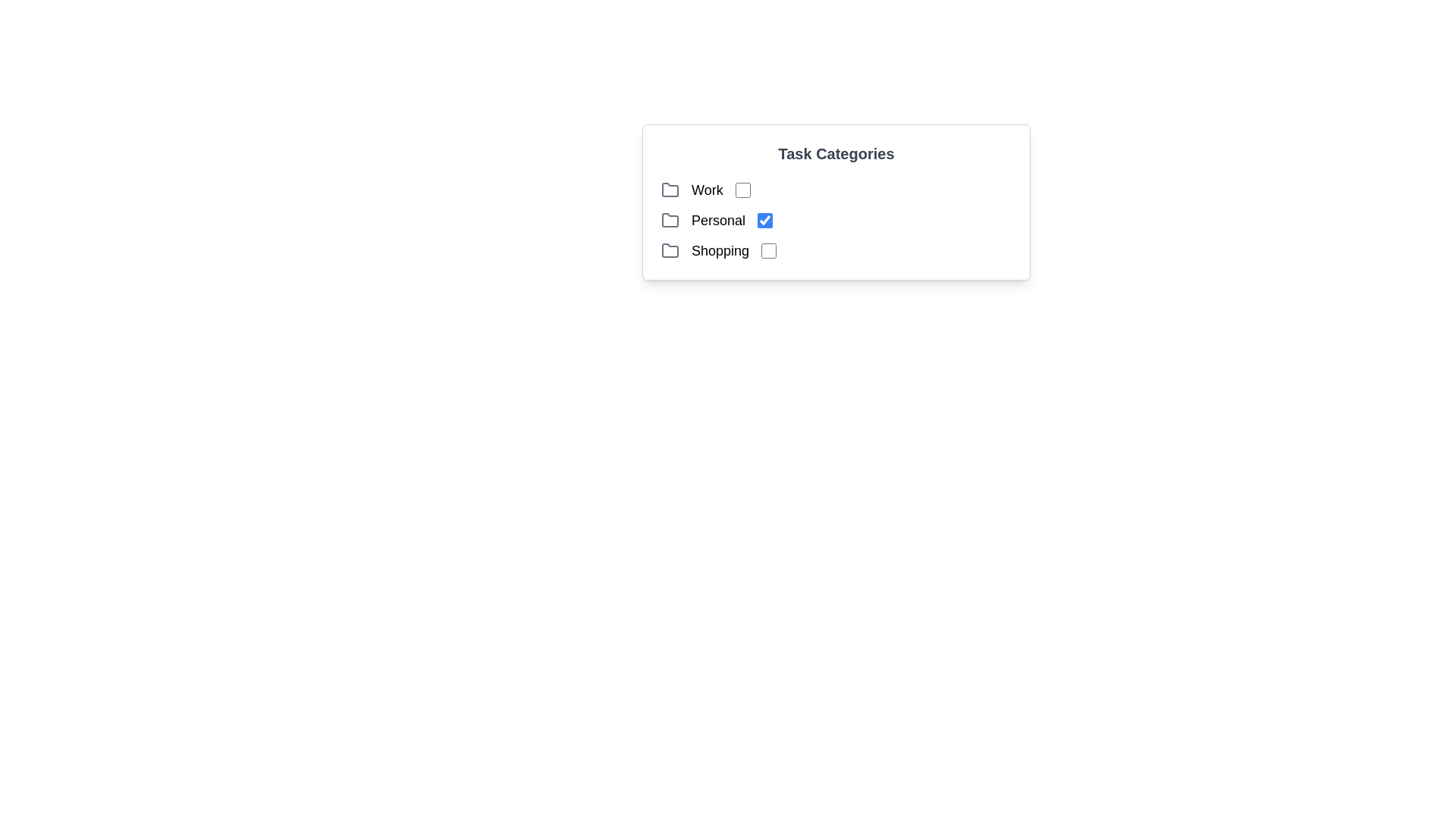 The image size is (1456, 819). I want to click on the Folder icon located to the left of the 'Work' label in the task categories interface, so click(669, 189).